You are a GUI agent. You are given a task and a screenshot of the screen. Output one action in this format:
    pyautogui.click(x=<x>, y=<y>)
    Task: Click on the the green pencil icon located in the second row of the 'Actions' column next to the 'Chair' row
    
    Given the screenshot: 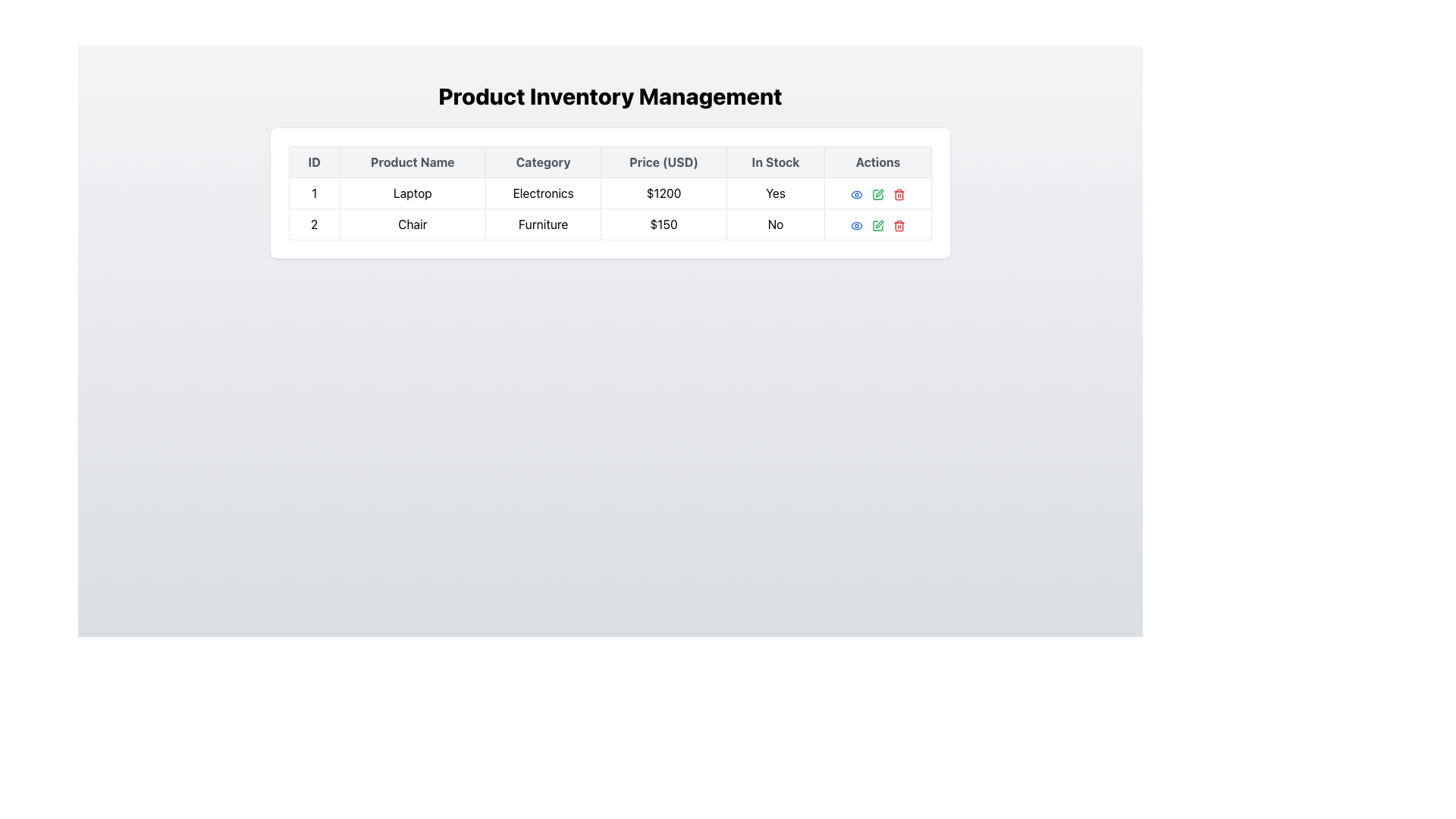 What is the action you would take?
    pyautogui.click(x=877, y=193)
    